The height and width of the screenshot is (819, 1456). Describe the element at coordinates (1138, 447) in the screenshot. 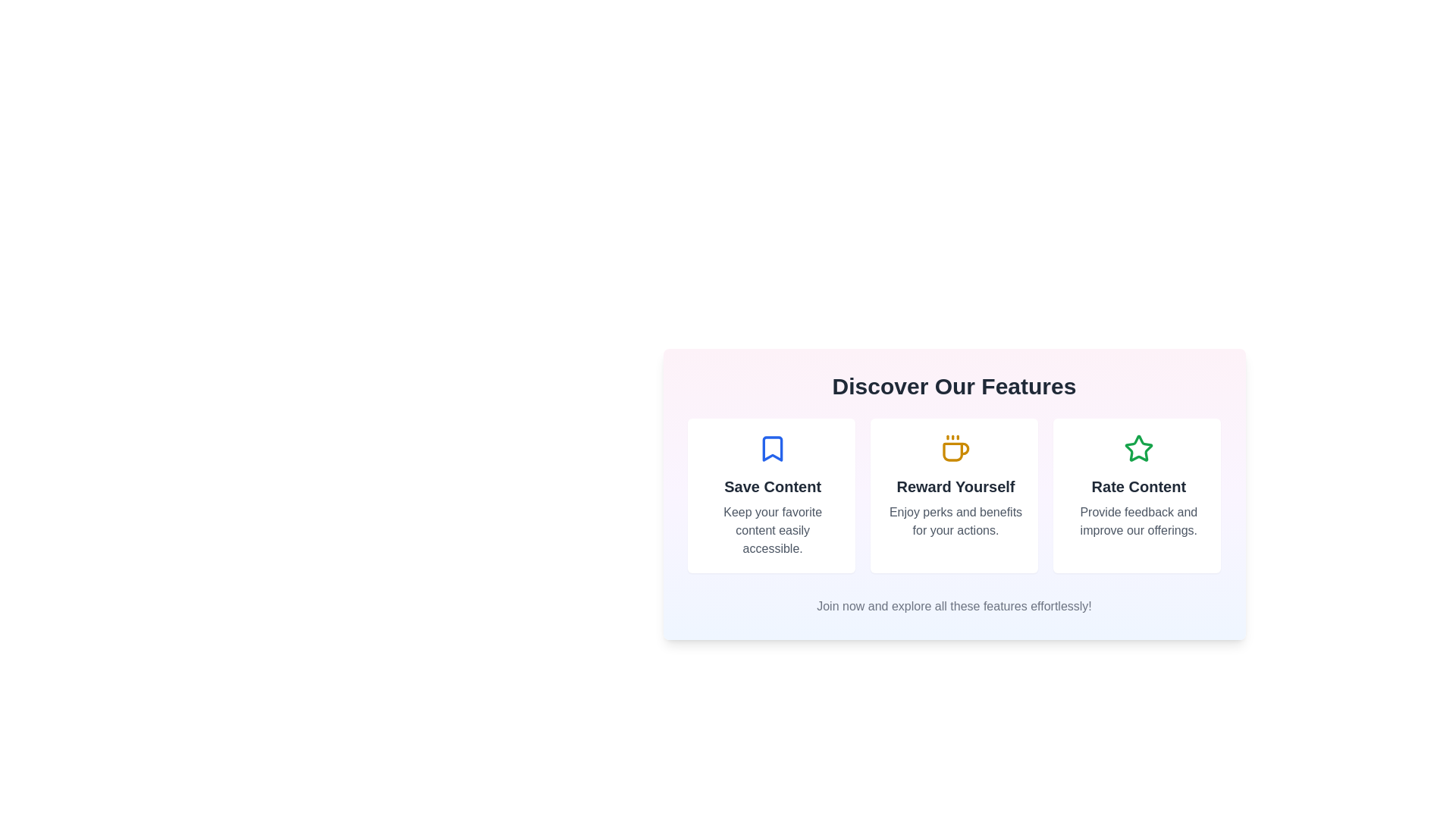

I see `the green star icon with a white fill inside it, located in the 'Rate Content' card, which is the third card from the left in a horizontal arrangement` at that location.